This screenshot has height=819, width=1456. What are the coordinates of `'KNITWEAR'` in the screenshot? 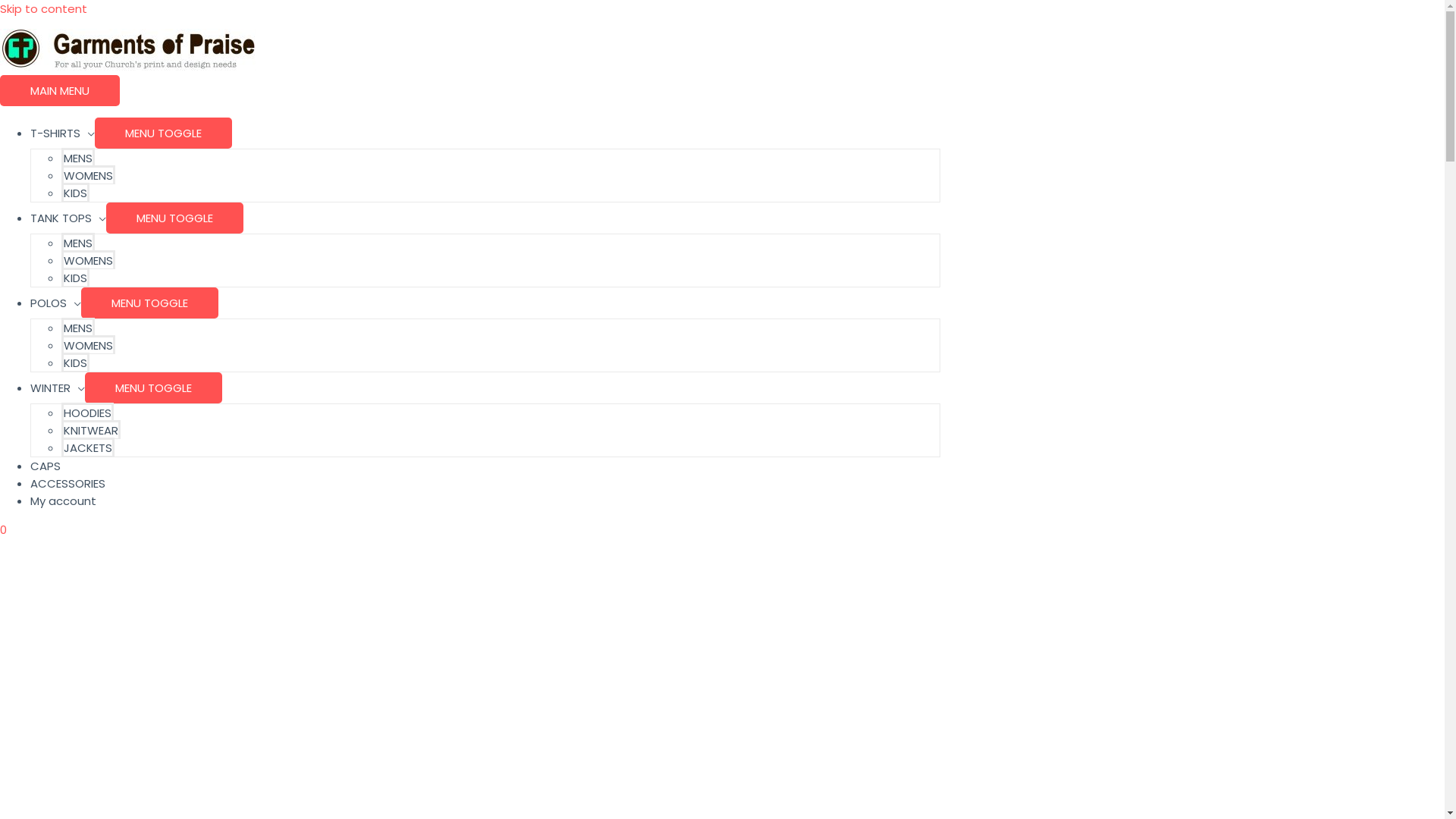 It's located at (90, 429).